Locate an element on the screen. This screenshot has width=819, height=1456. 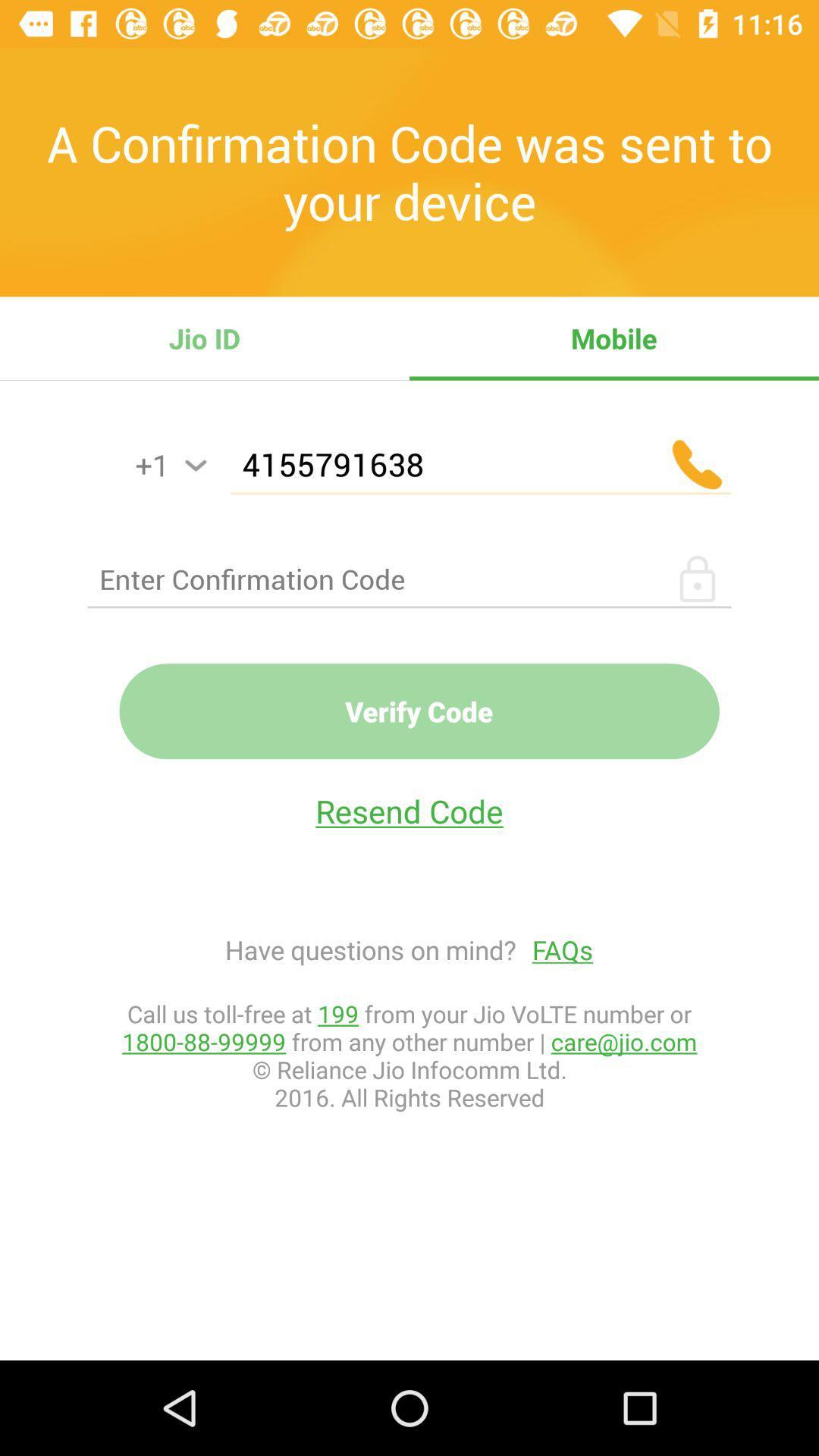
item on the right is located at coordinates (554, 949).